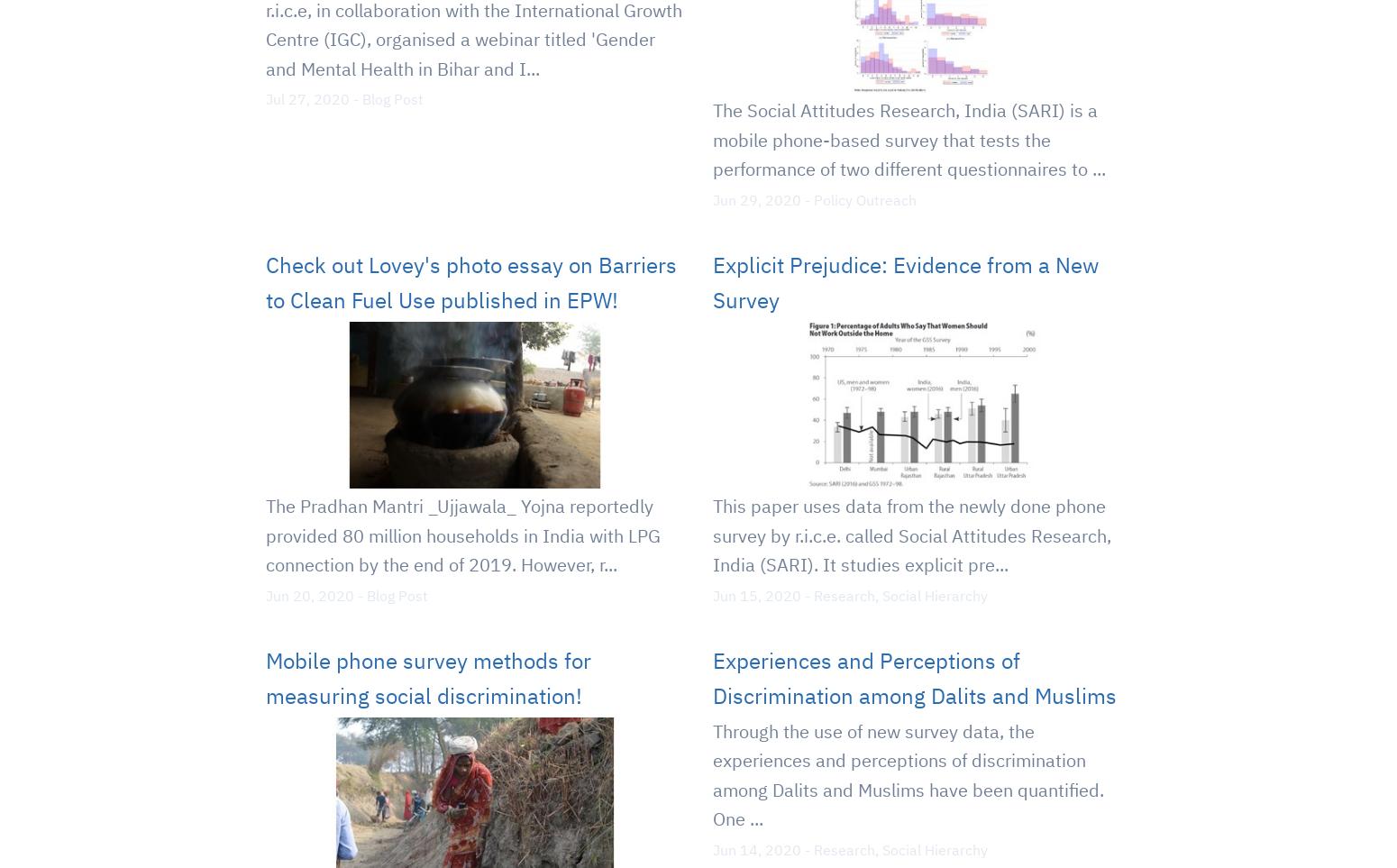 The width and height of the screenshot is (1397, 868). I want to click on 'Jun 15, 2020', so click(755, 595).